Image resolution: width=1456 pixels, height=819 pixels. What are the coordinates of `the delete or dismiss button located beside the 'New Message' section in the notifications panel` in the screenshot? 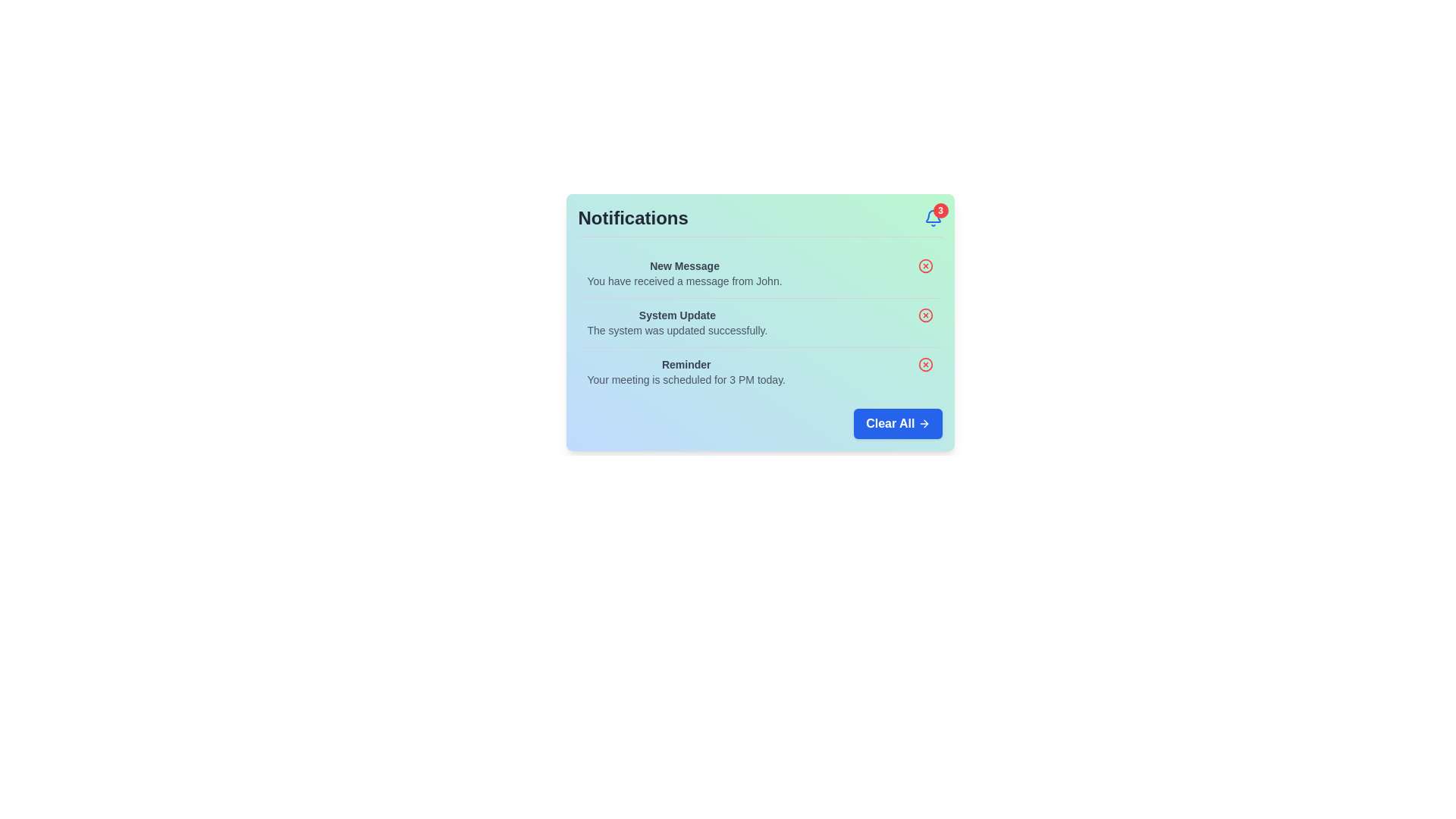 It's located at (924, 265).